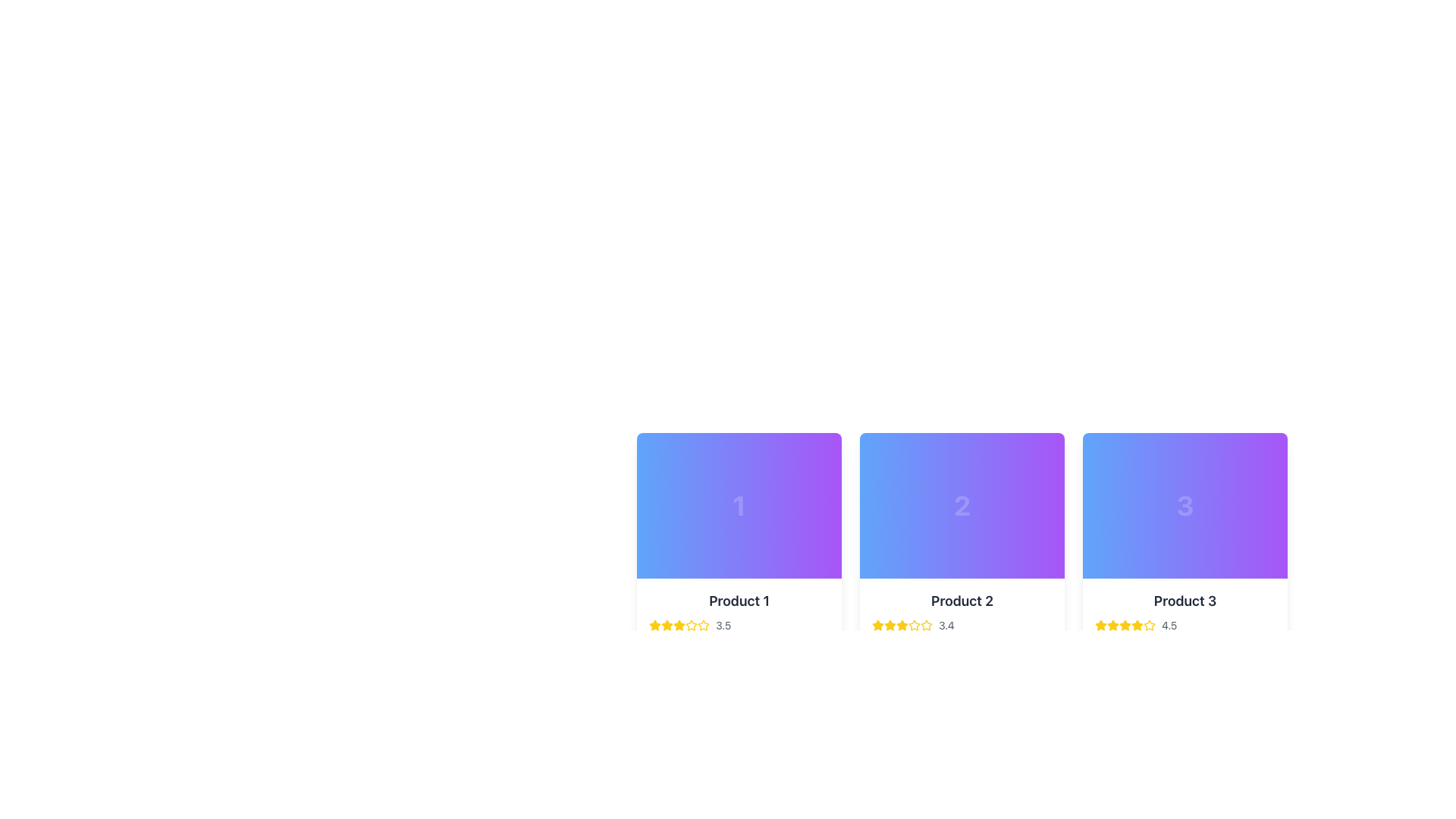  What do you see at coordinates (926, 625) in the screenshot?
I see `the second star icon in the graphical rating system for 'Product 2' to interact with the rating` at bounding box center [926, 625].